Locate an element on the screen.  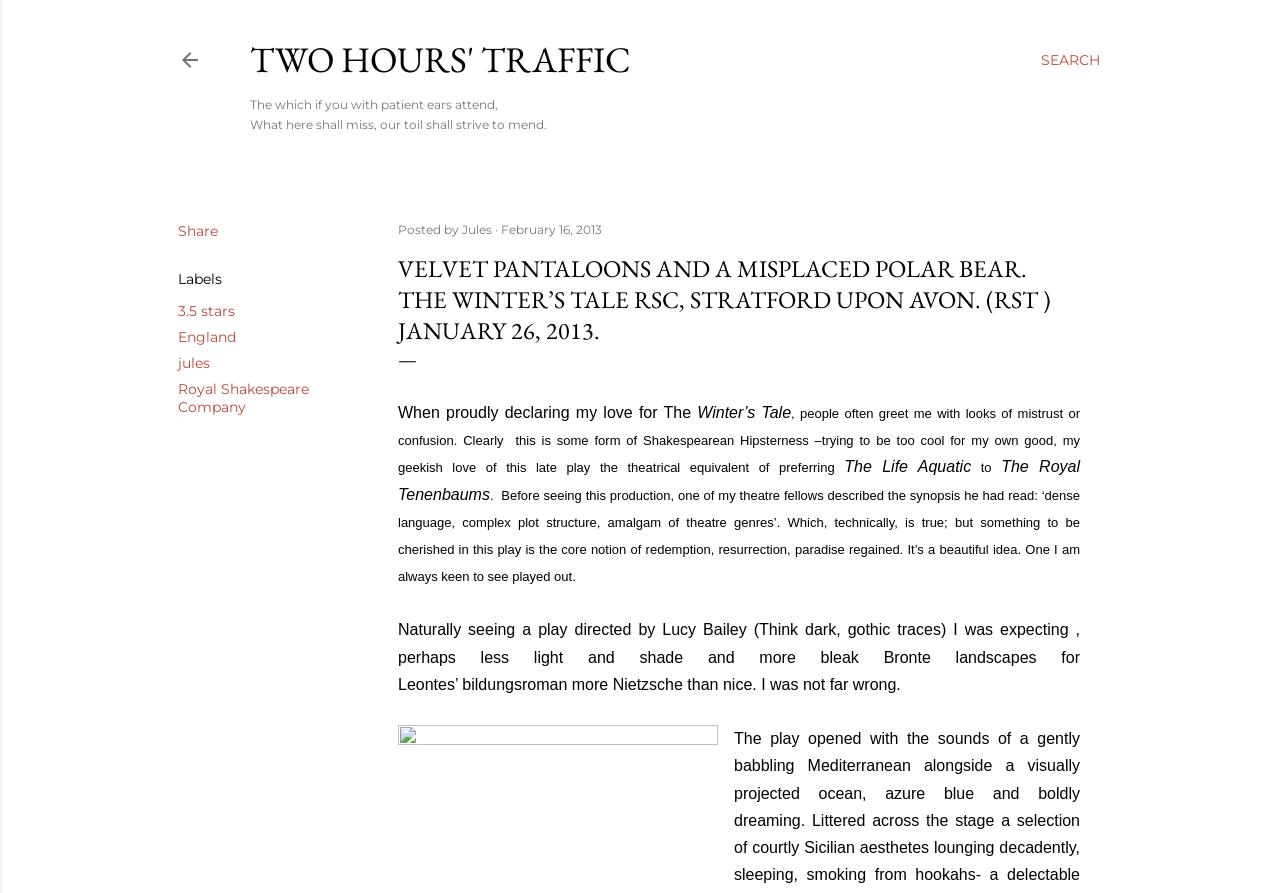
'The Life Aquatic' is located at coordinates (842, 465).